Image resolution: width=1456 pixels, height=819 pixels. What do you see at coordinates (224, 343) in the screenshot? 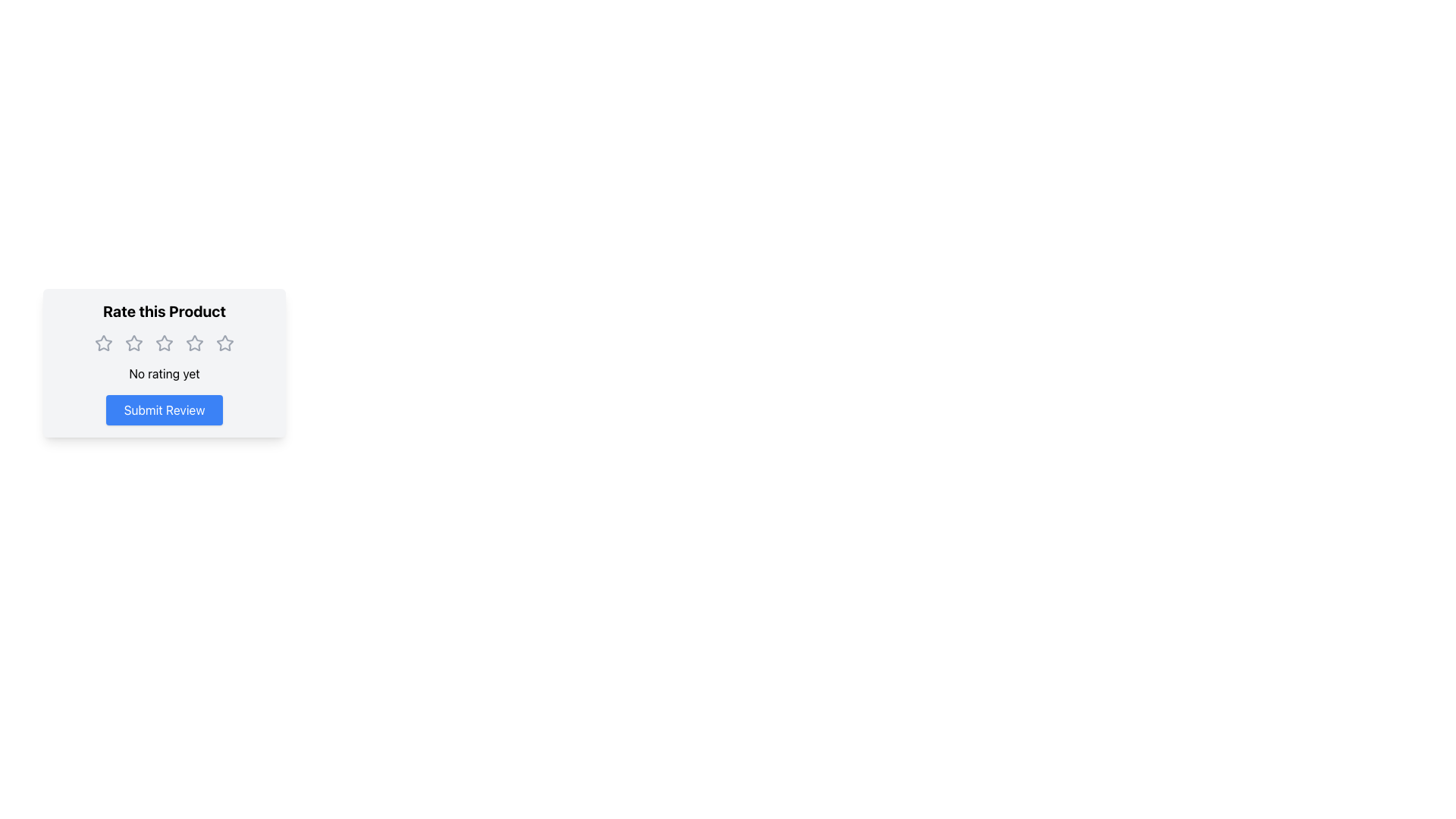
I see `the fifth gray star icon in the rating component beneath the text 'Rate this Product'` at bounding box center [224, 343].